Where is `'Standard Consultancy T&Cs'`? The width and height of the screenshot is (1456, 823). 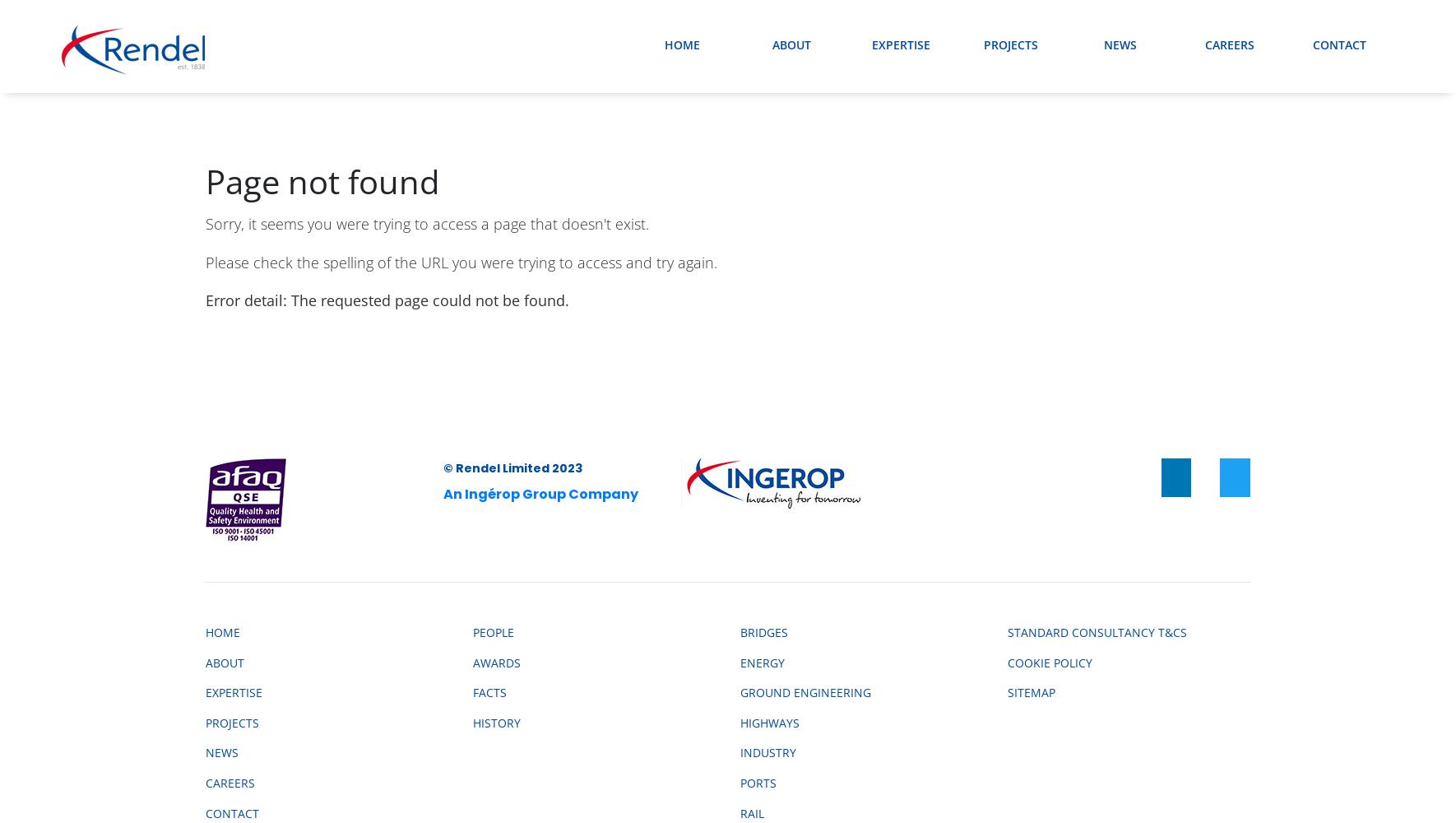 'Standard Consultancy T&Cs' is located at coordinates (1097, 632).